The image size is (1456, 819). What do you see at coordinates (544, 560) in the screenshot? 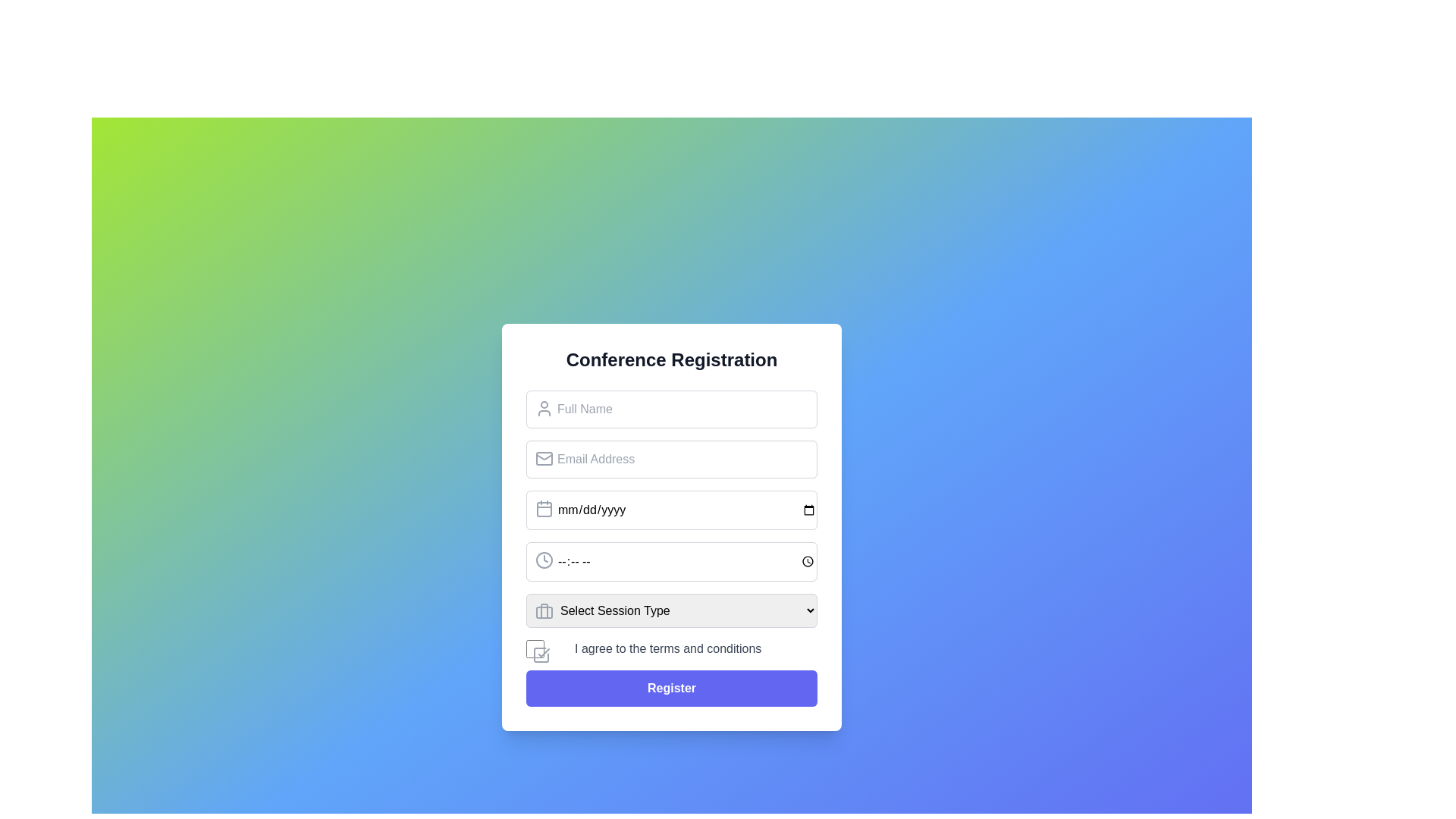
I see `the circular outline of the clock icon located in the time selection field of the registration form, to the left of the '--:-- --' placeholder` at bounding box center [544, 560].